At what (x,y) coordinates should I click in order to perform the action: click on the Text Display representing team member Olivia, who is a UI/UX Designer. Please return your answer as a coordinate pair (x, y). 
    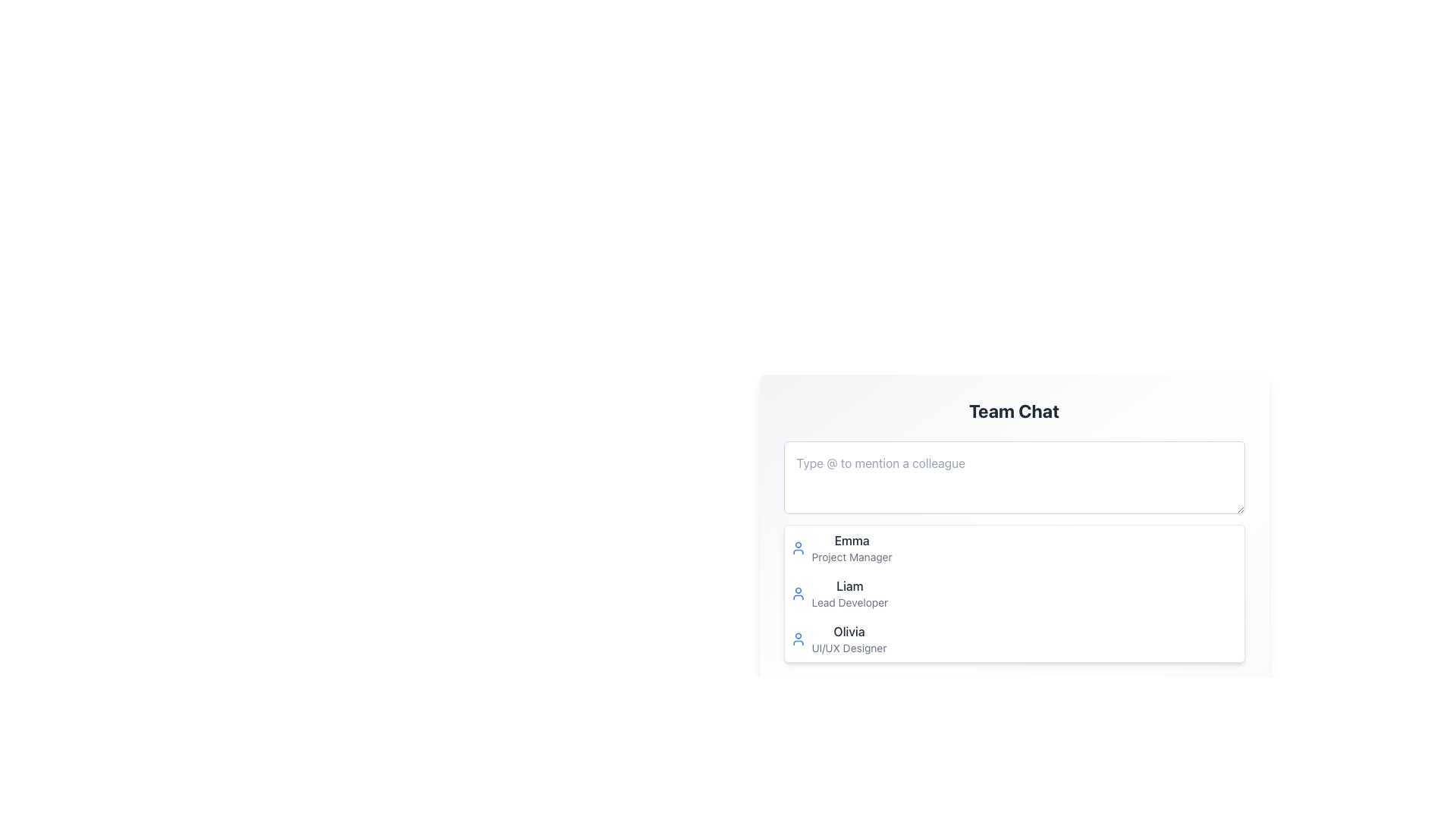
    Looking at the image, I should click on (848, 639).